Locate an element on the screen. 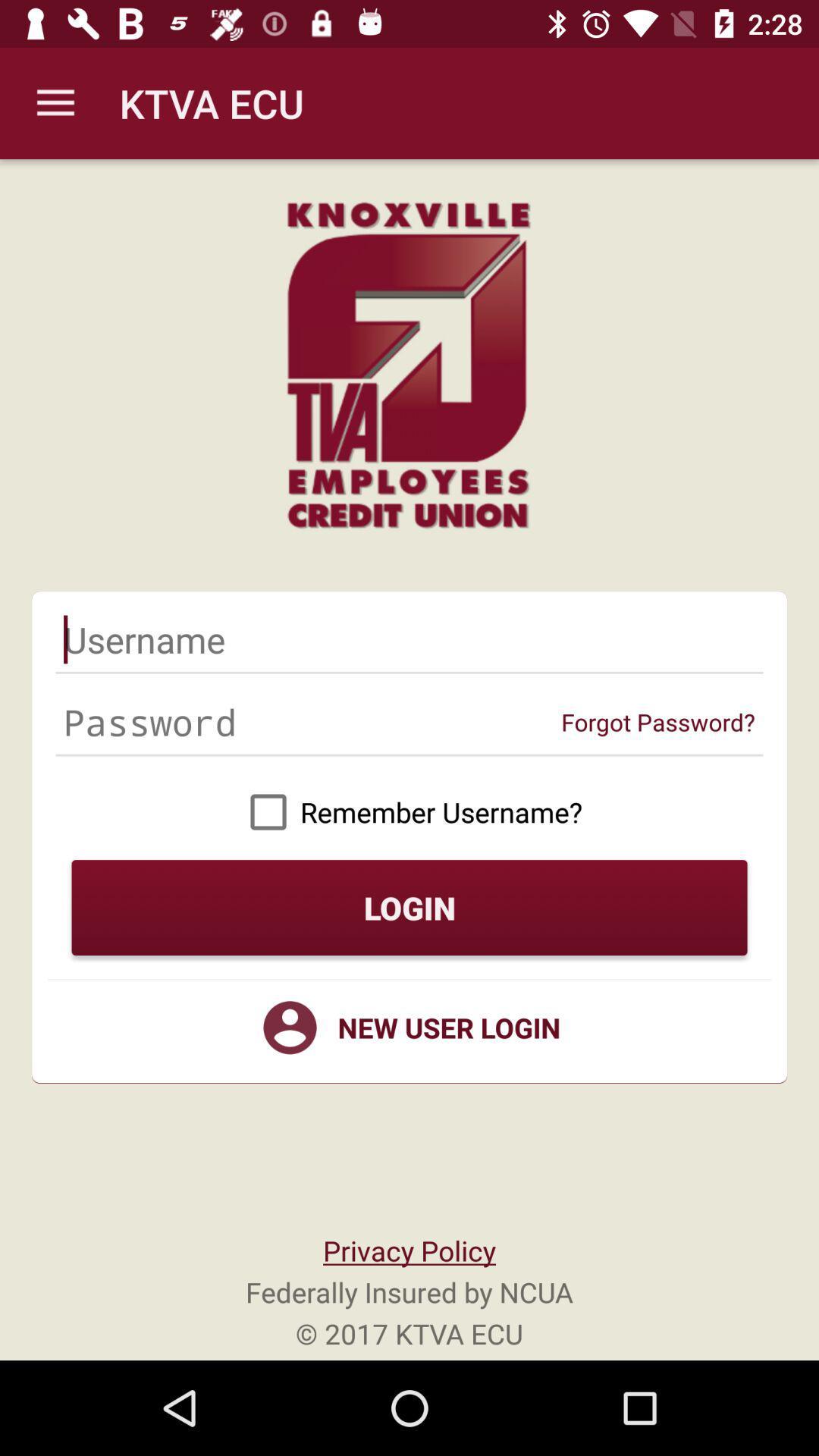  remember username? is located at coordinates (409, 811).